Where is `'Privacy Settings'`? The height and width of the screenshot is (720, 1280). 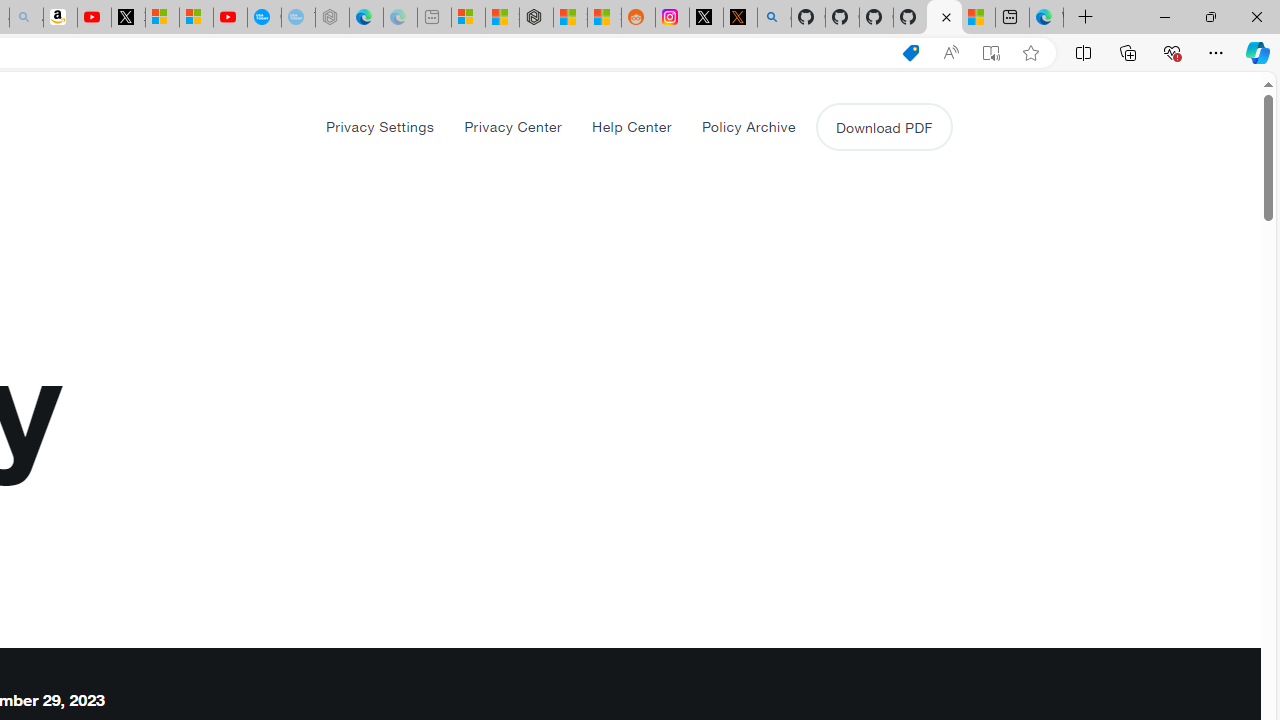
'Privacy Settings' is located at coordinates (380, 126).